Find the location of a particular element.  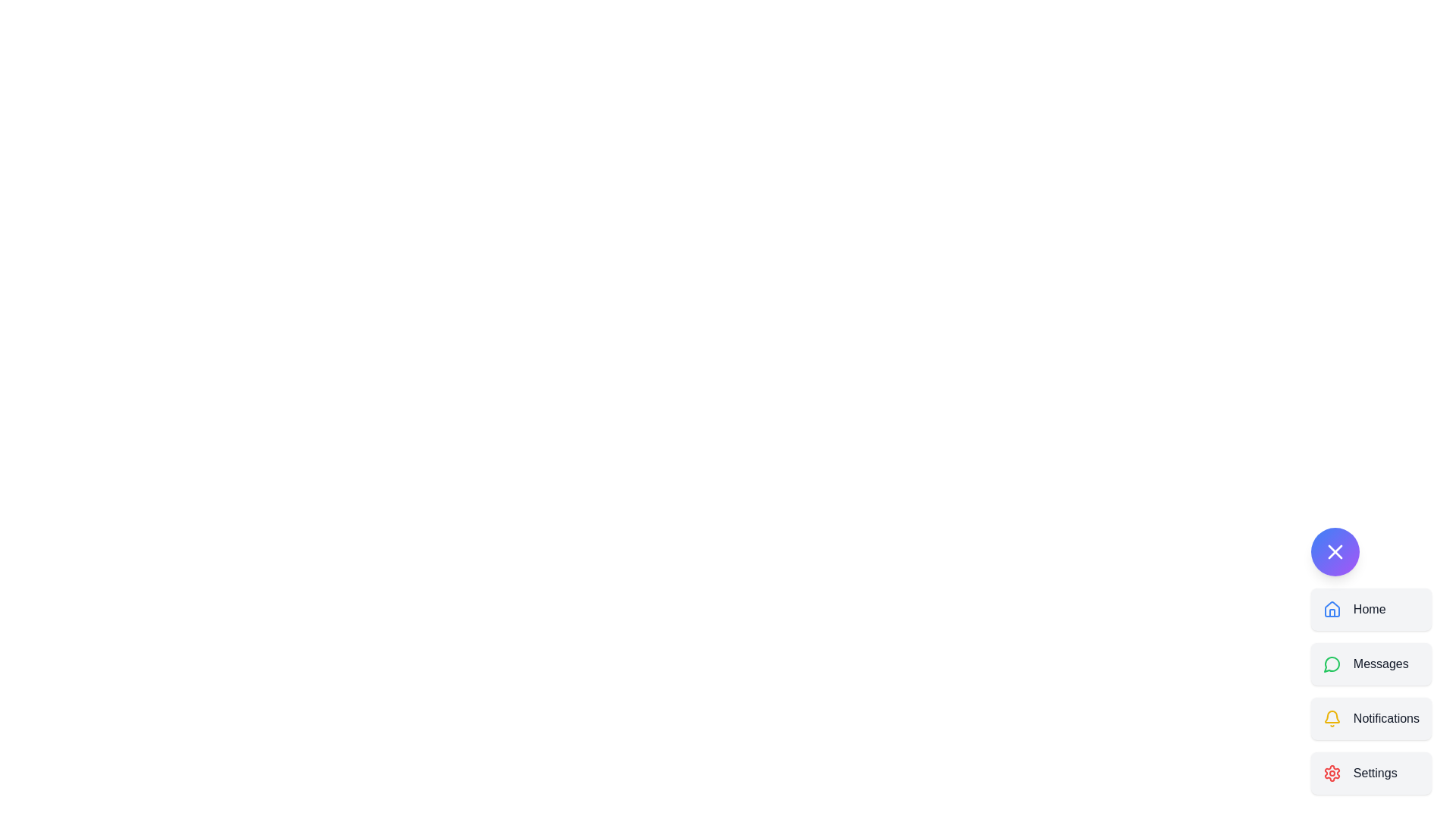

the red gear or settings icon located at the bottom of the vertical menu list is located at coordinates (1331, 773).